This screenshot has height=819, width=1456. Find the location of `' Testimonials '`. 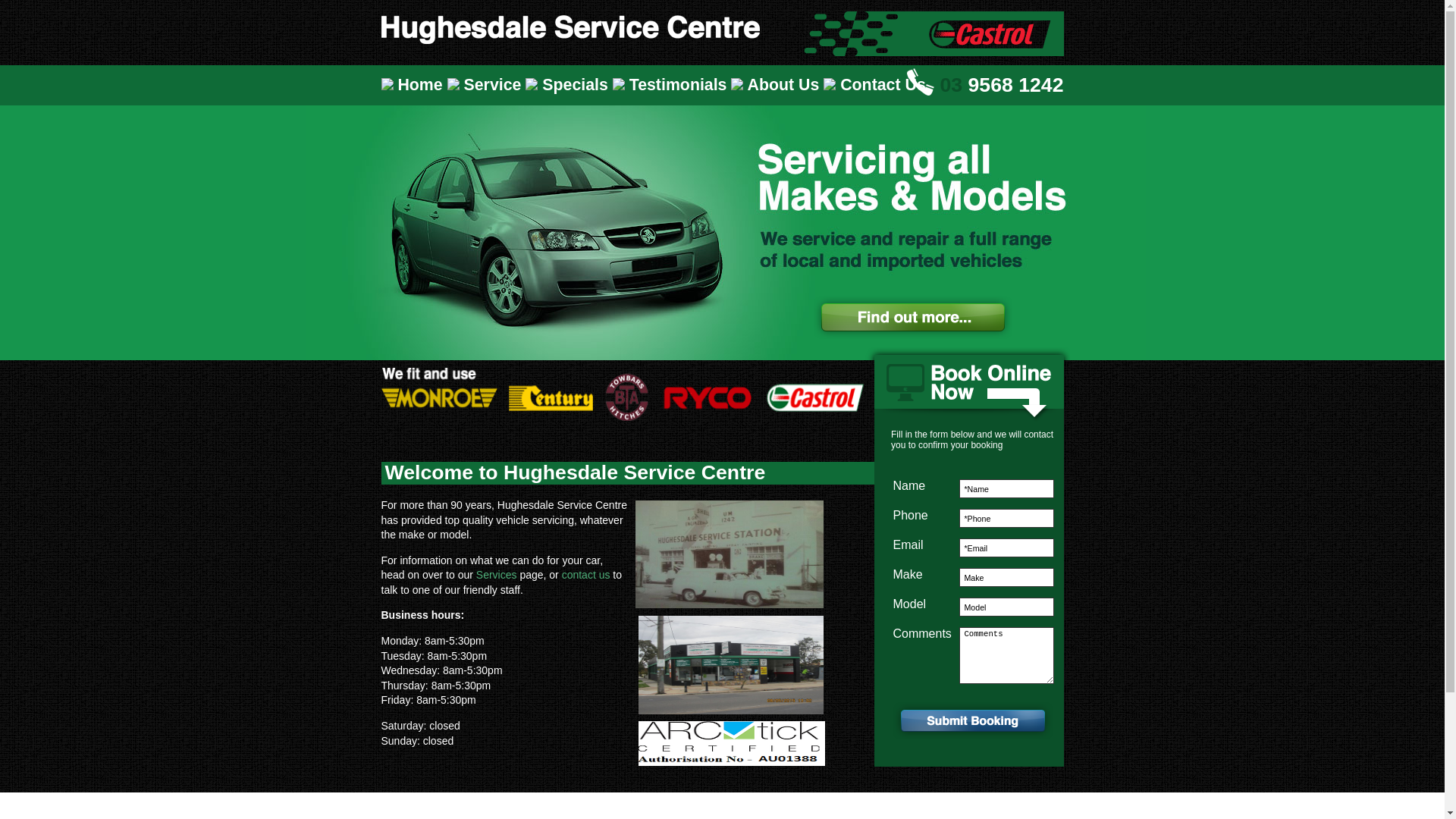

' Testimonials ' is located at coordinates (671, 85).